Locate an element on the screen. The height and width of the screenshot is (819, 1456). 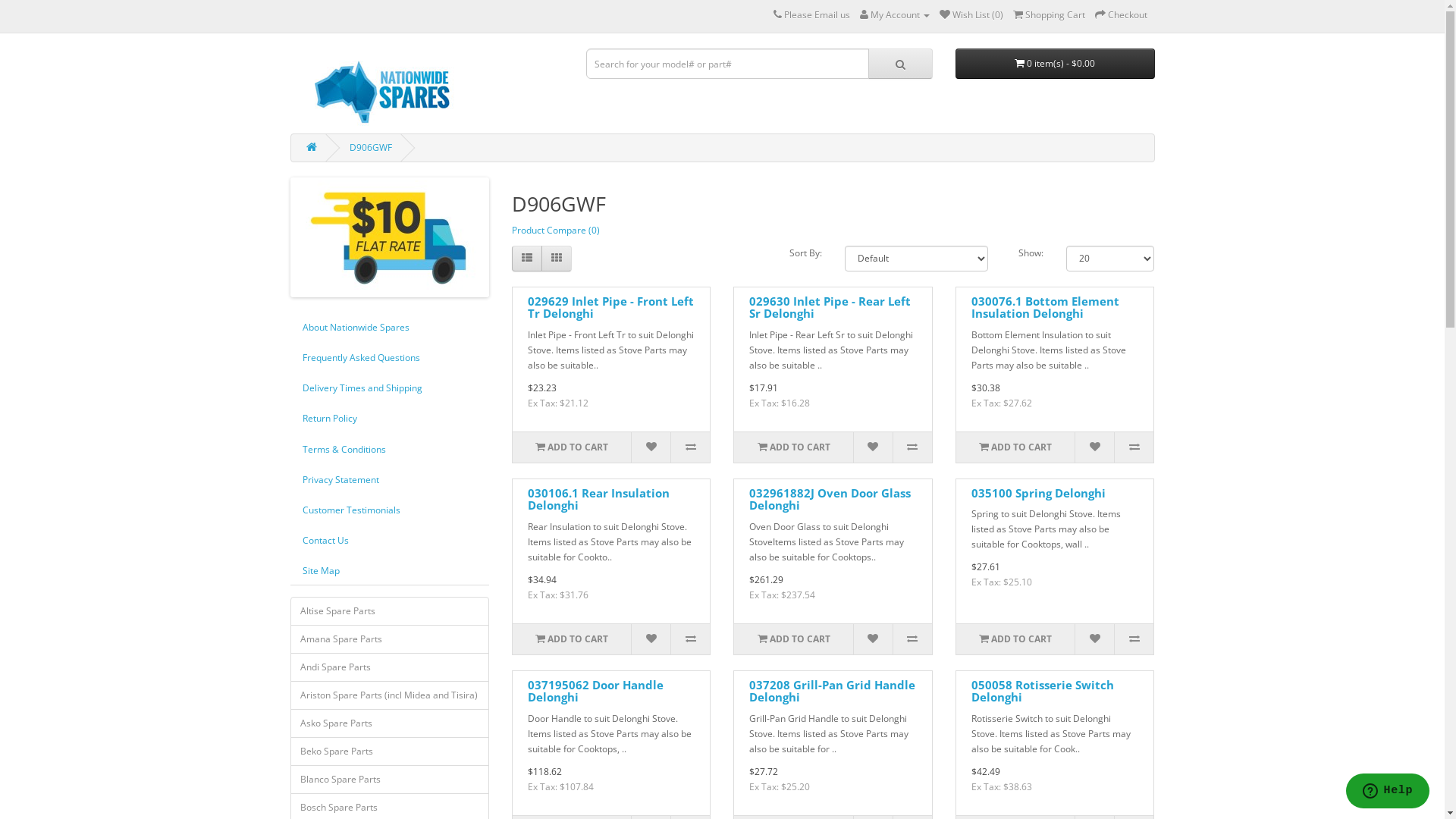
'Frequently Asked Questions' is located at coordinates (388, 357).